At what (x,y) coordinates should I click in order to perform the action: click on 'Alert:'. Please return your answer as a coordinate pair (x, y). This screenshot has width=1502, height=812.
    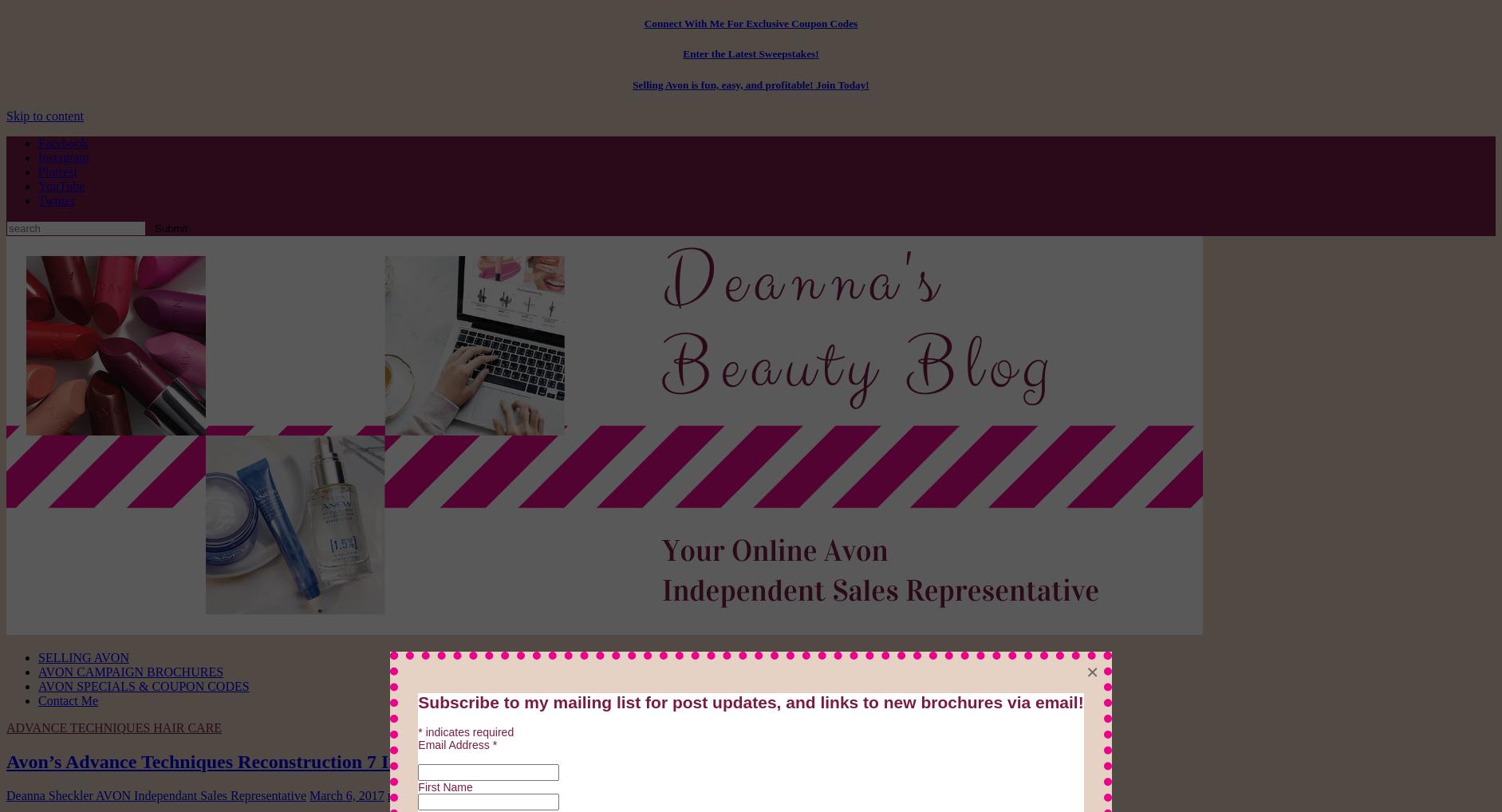
    Looking at the image, I should click on (743, 803).